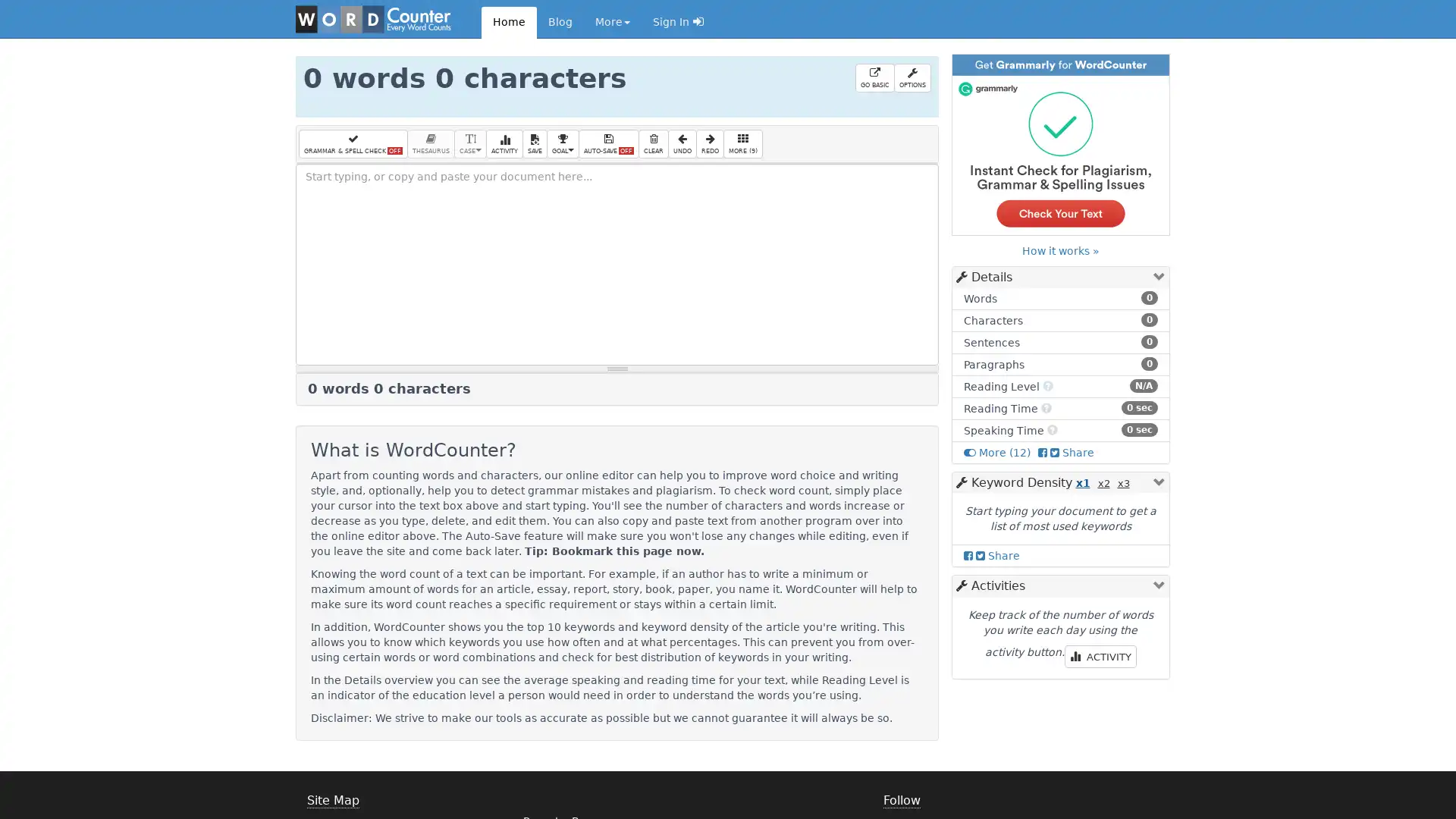 The image size is (1456, 819). What do you see at coordinates (874, 77) in the screenshot?
I see `GO BASIC` at bounding box center [874, 77].